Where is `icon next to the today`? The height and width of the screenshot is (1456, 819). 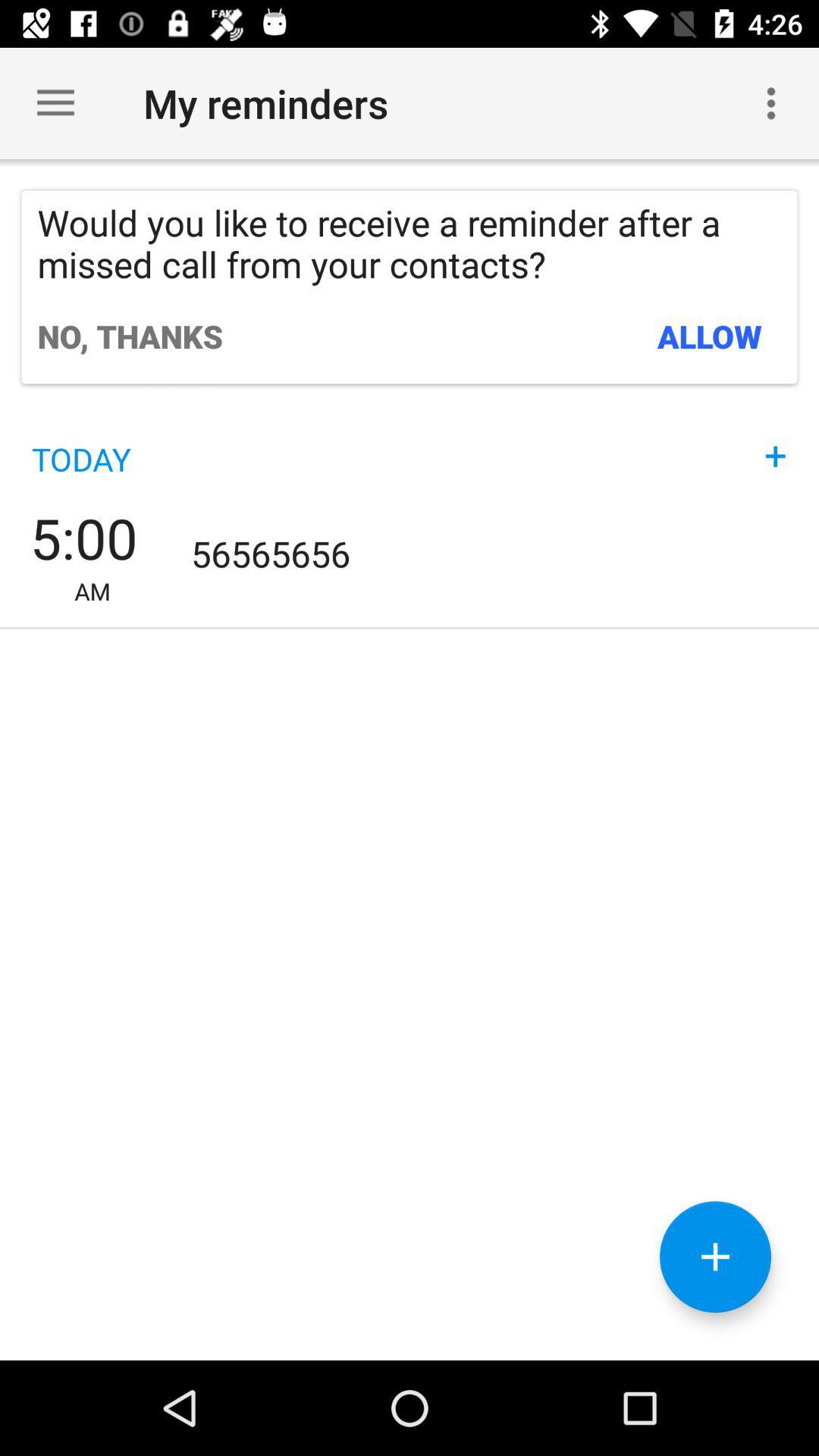
icon next to the today is located at coordinates (775, 440).